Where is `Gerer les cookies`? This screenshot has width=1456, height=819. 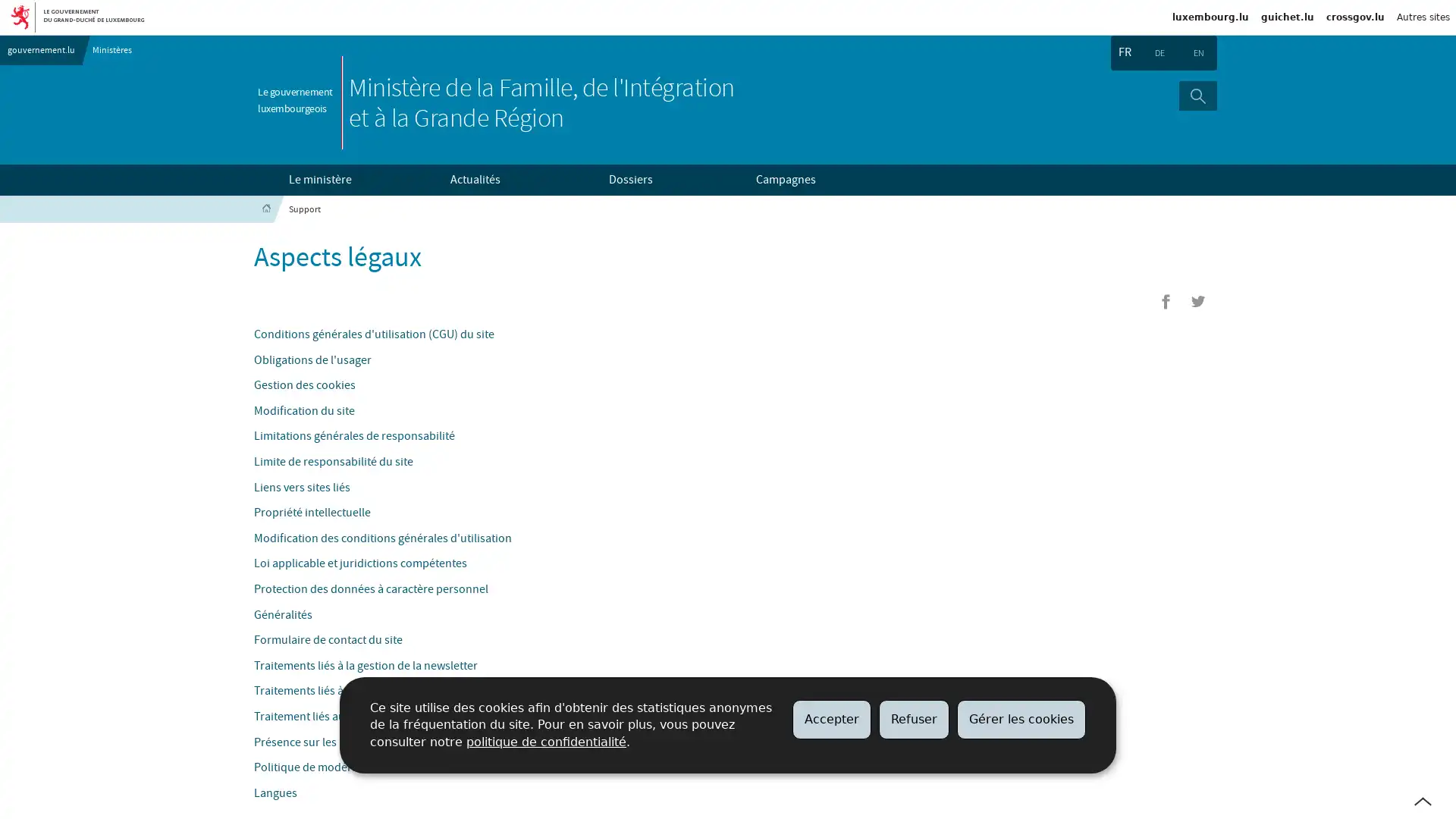 Gerer les cookies is located at coordinates (1021, 718).